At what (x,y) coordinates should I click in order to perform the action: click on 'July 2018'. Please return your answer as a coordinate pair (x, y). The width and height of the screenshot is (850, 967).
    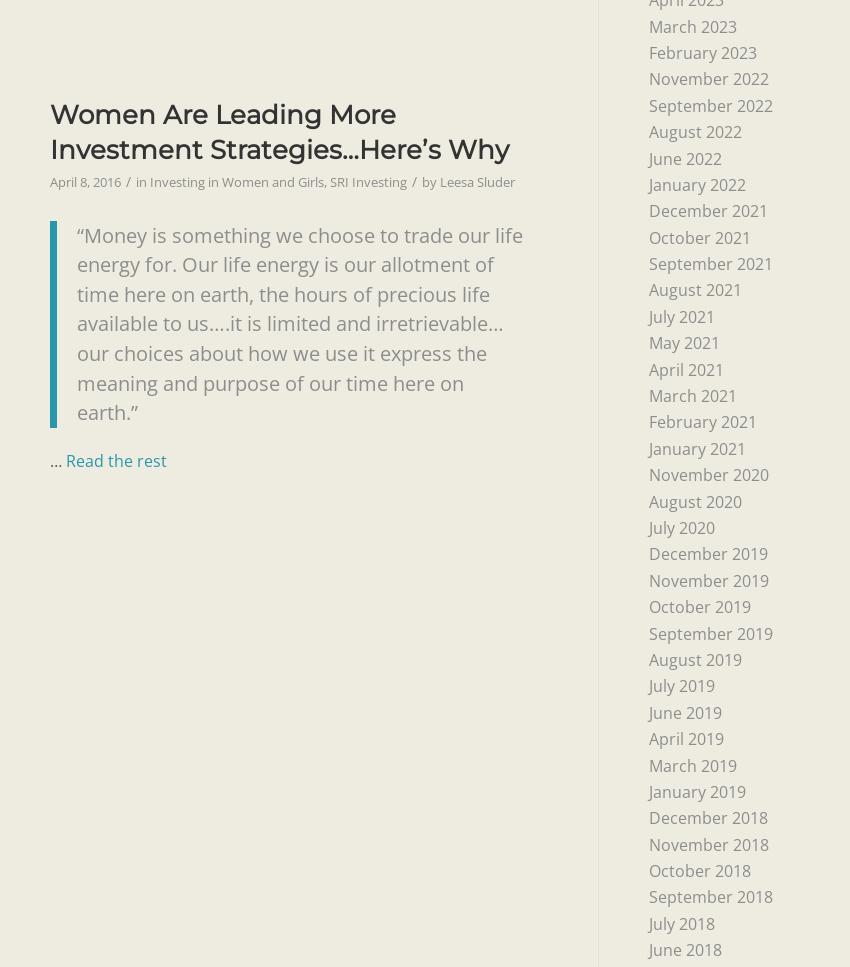
    Looking at the image, I should click on (680, 923).